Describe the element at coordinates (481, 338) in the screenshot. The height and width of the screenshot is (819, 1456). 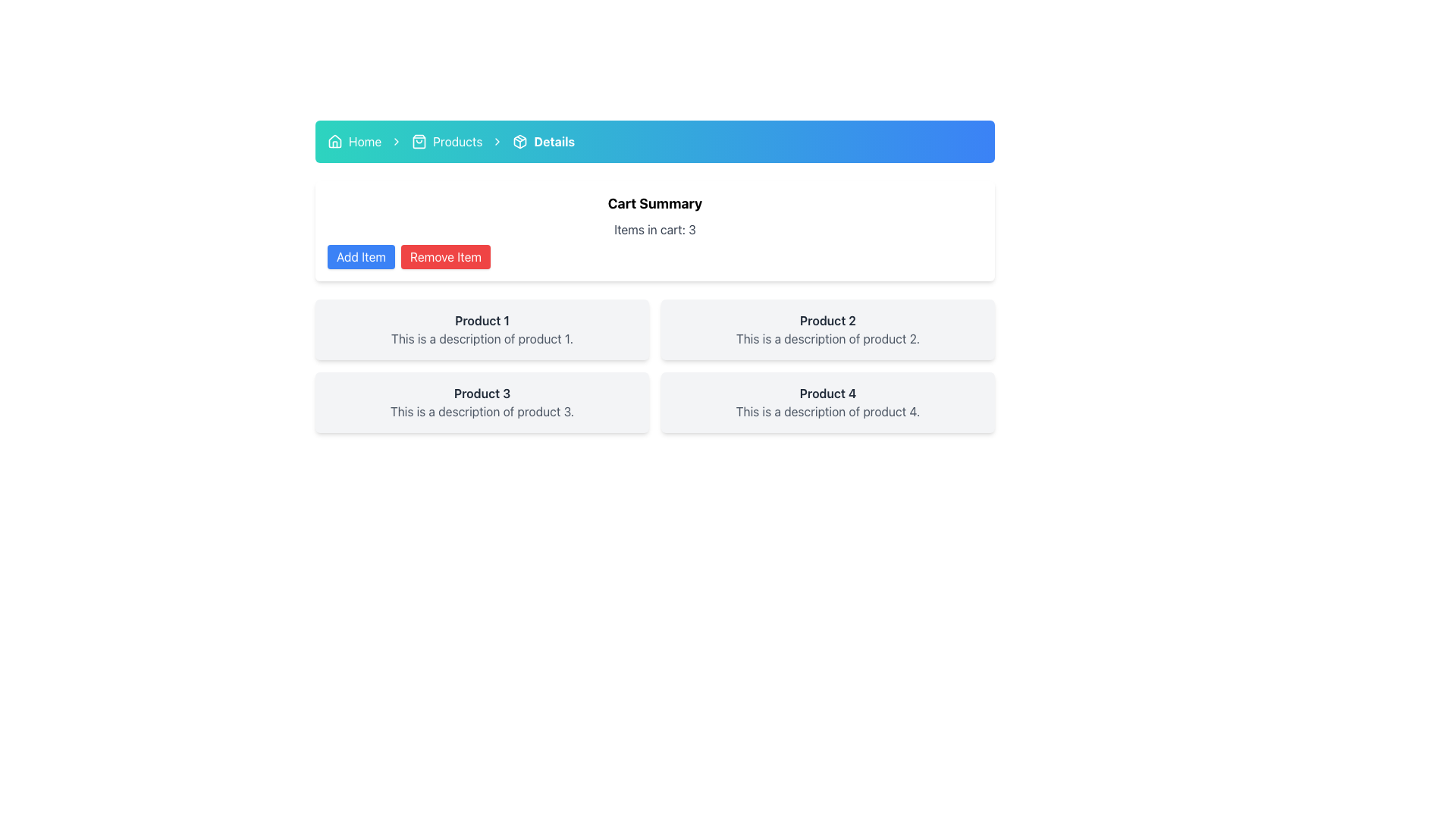
I see `the static text label that contains the description 'This is a description of product 1.' located below the header 'Product 1' within the first card of a 2x2 grid layout` at that location.